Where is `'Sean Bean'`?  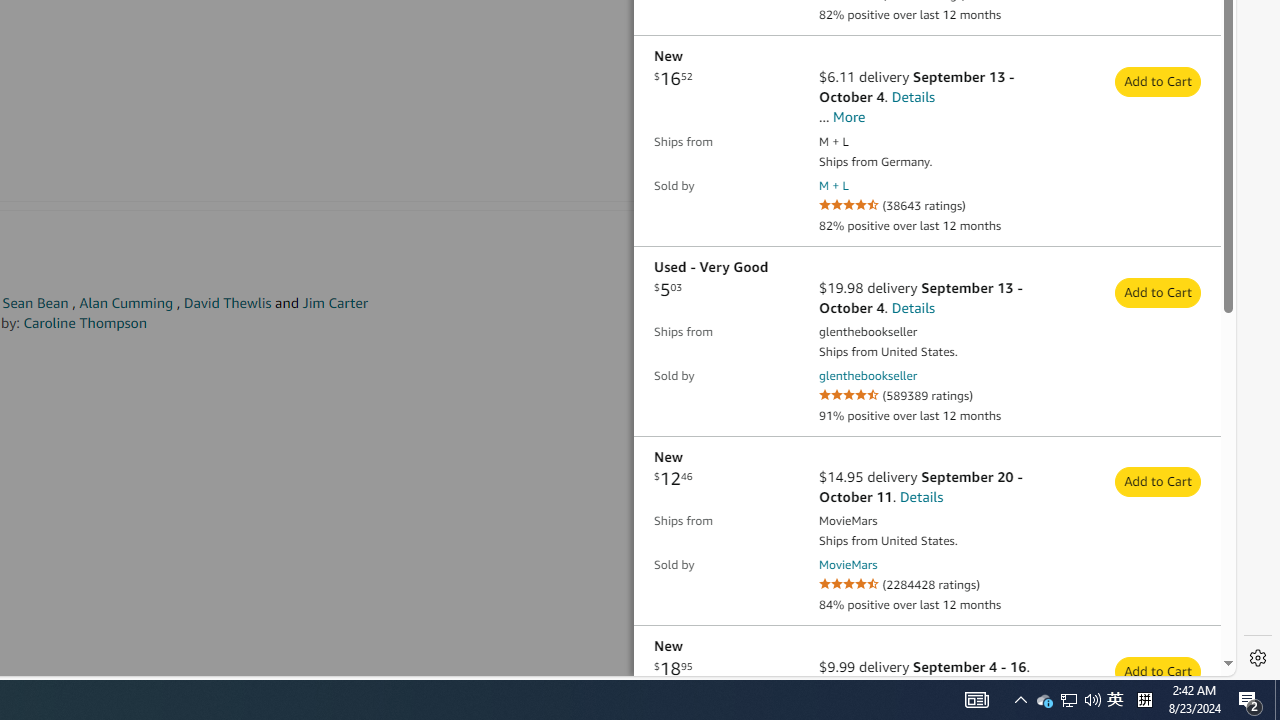
'Sean Bean' is located at coordinates (35, 303).